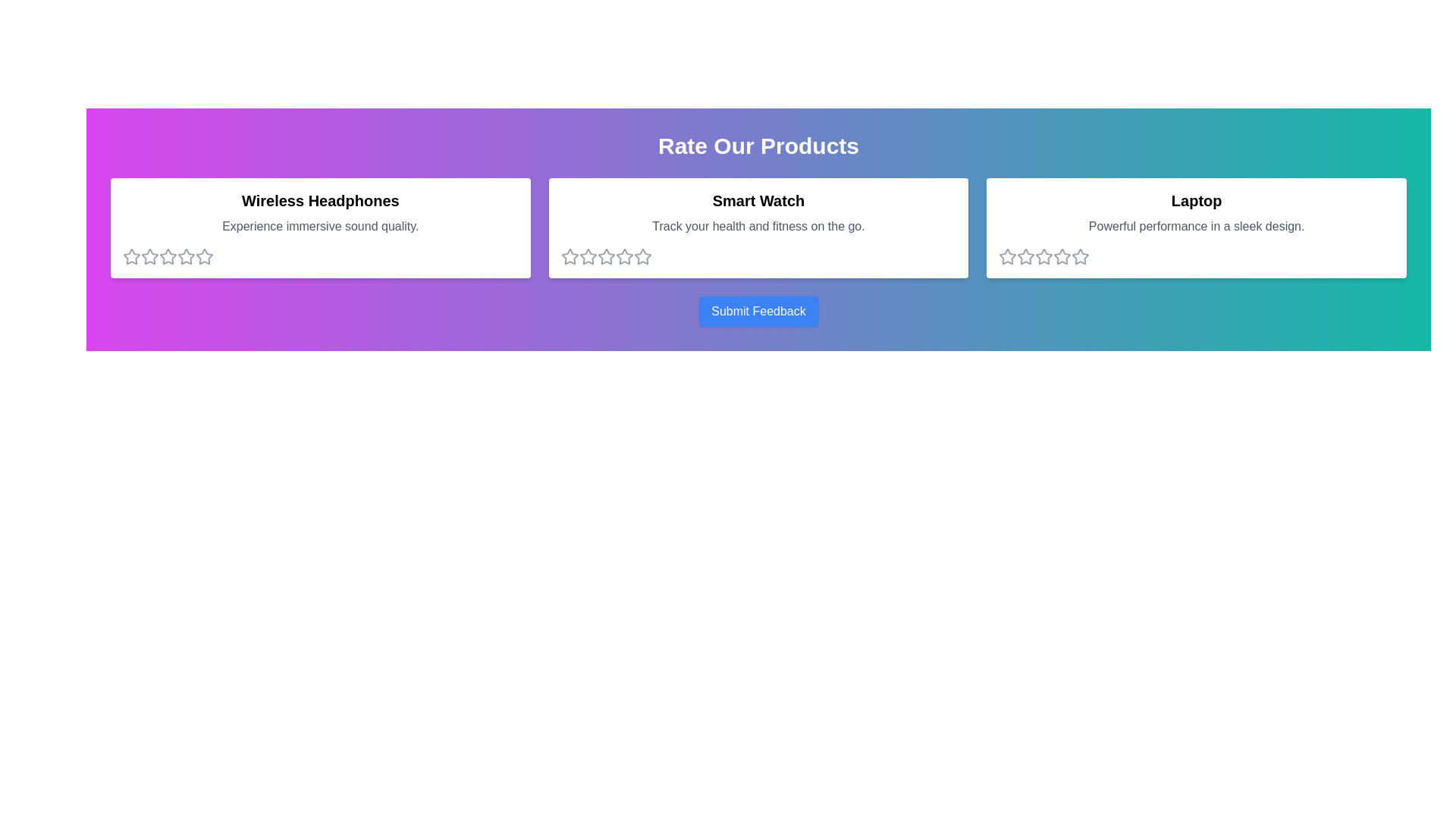 The image size is (1456, 819). I want to click on the 3 star for the product Wireless Headphones to set its rating, so click(168, 256).